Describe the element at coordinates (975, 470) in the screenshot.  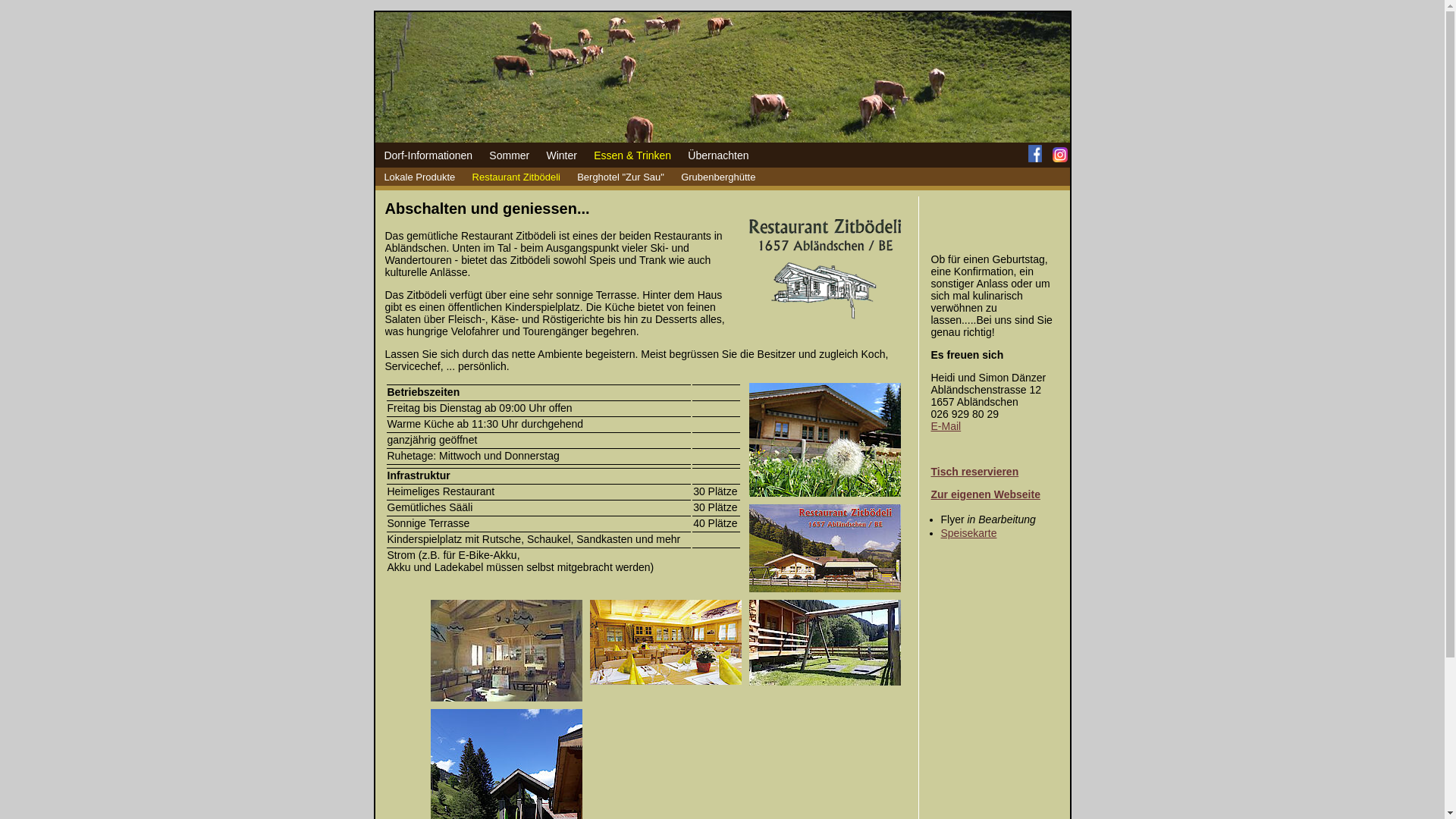
I see `'Tisch reservieren'` at that location.